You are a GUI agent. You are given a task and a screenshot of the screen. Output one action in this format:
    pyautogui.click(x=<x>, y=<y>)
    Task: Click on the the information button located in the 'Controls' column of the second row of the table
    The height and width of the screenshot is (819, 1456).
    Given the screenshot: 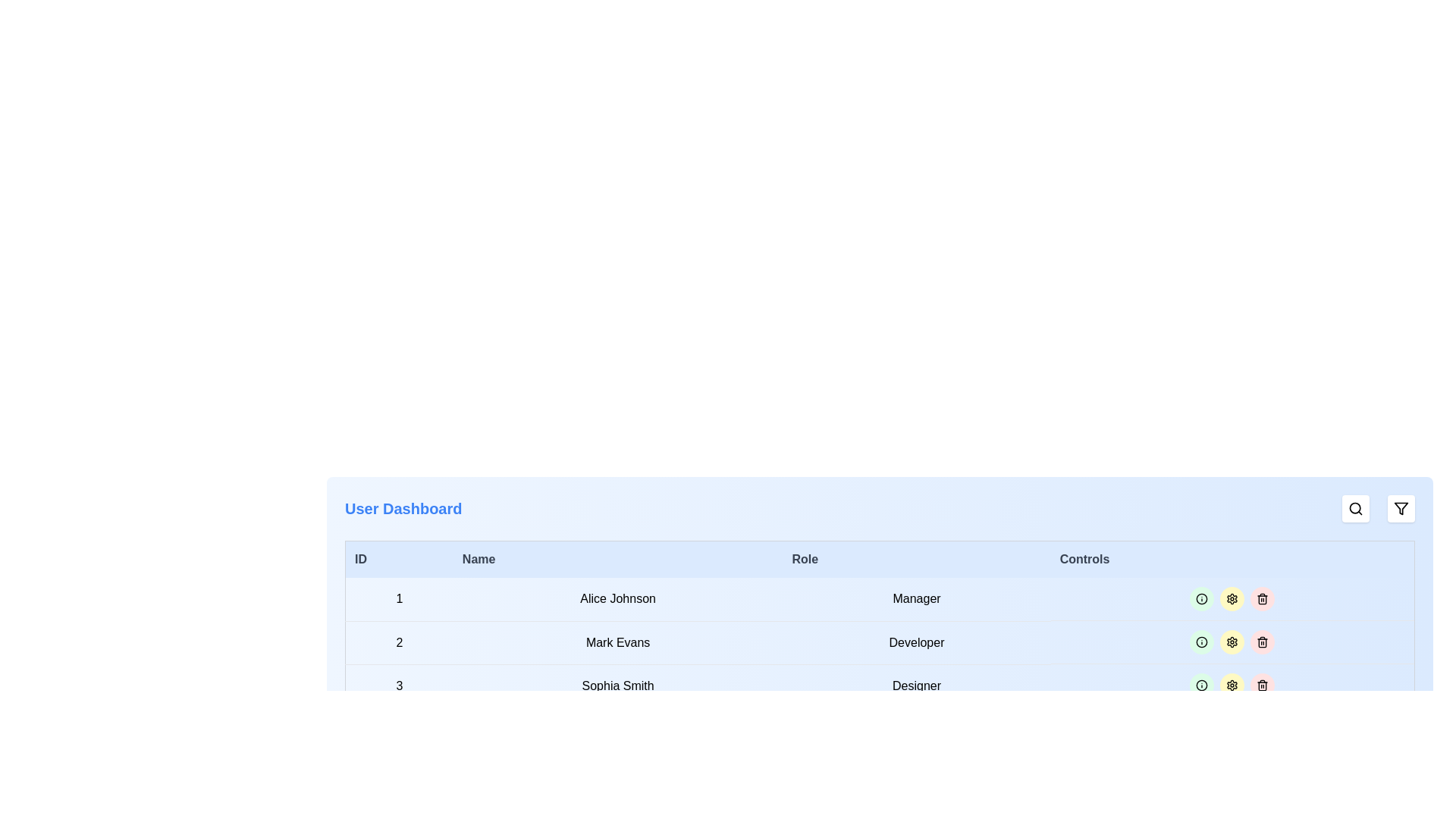 What is the action you would take?
    pyautogui.click(x=1201, y=642)
    